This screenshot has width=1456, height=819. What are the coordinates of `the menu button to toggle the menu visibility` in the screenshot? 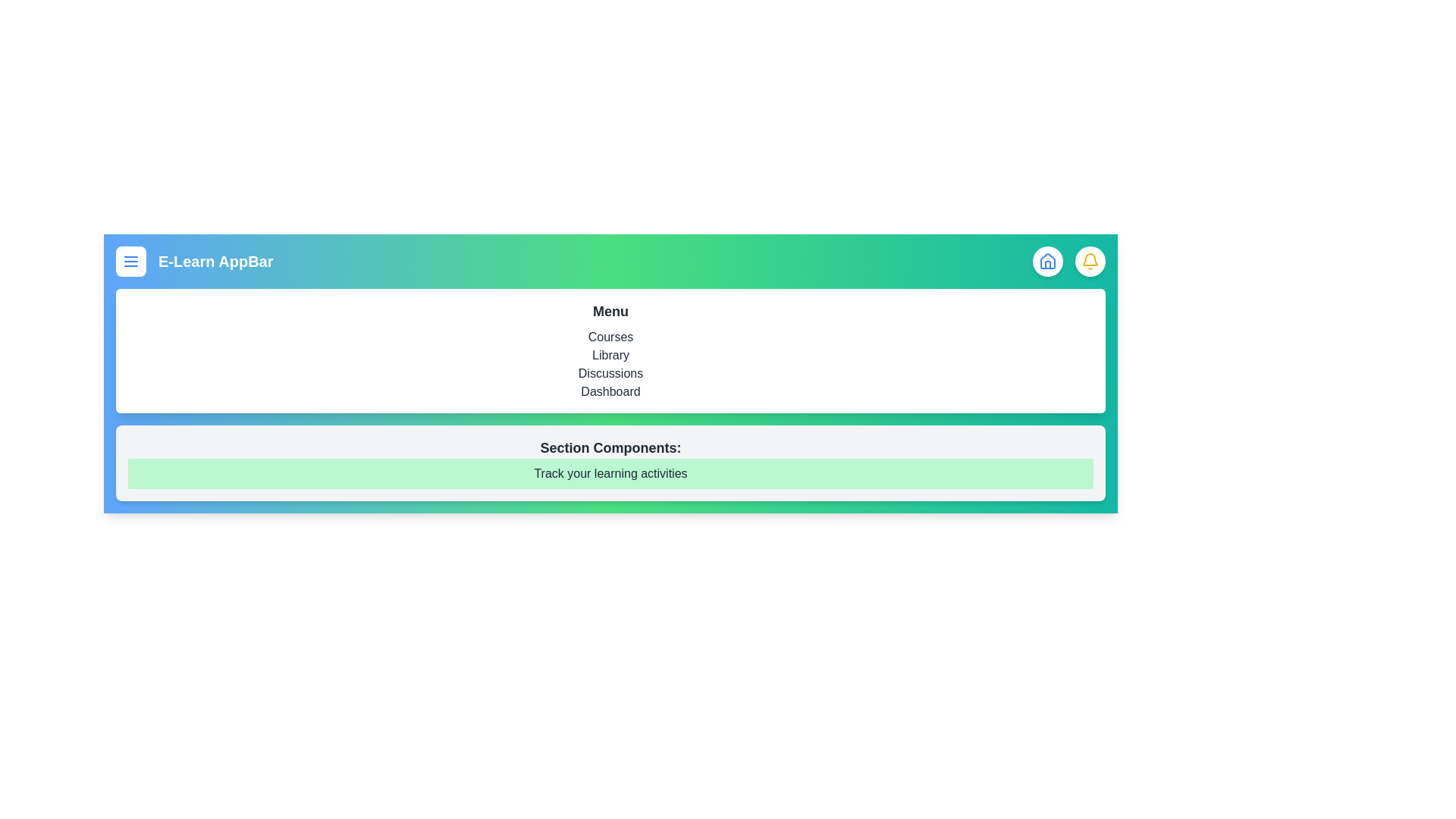 It's located at (130, 260).